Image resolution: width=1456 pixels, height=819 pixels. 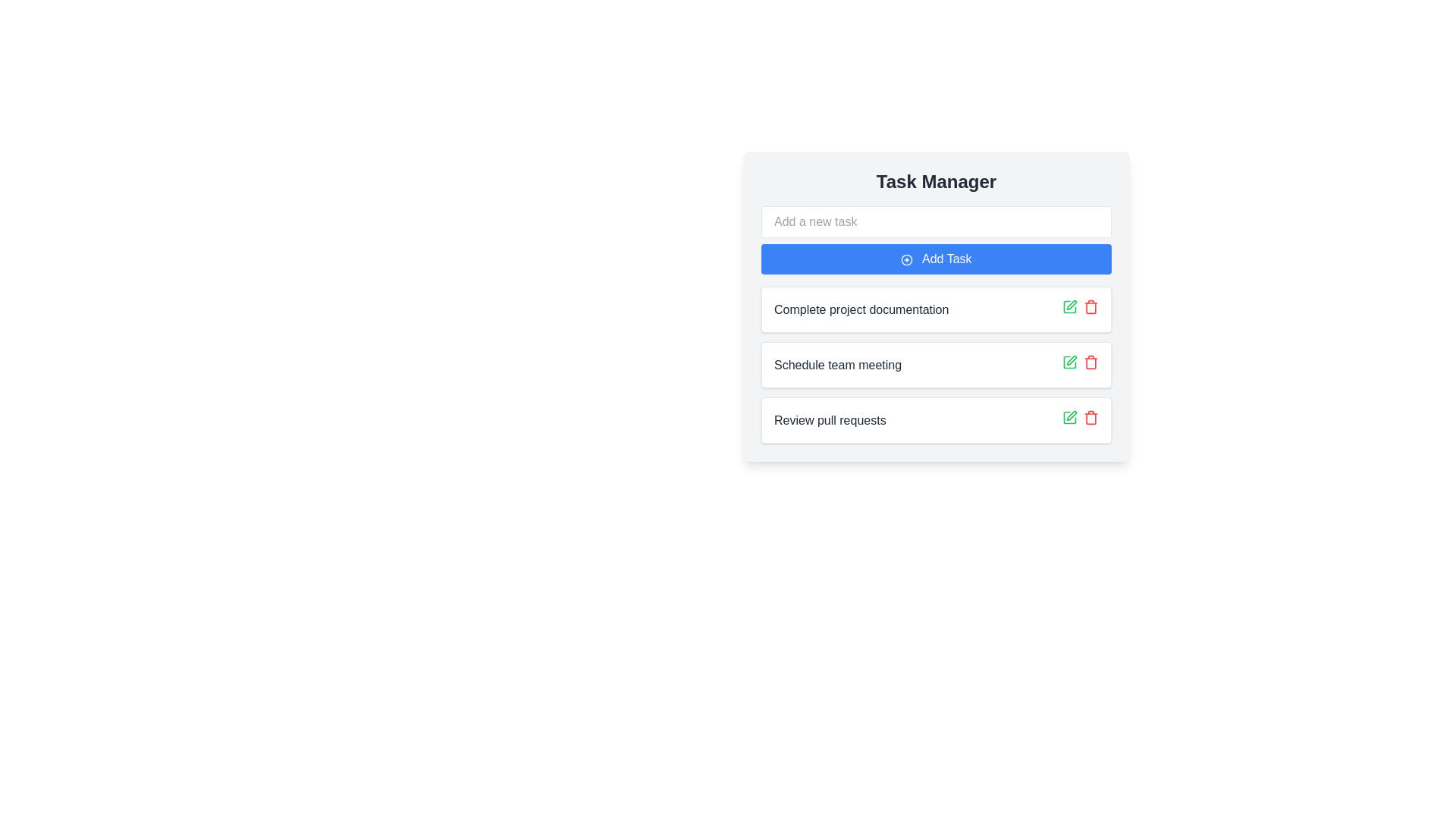 I want to click on the icon representing the action, so click(x=907, y=259).